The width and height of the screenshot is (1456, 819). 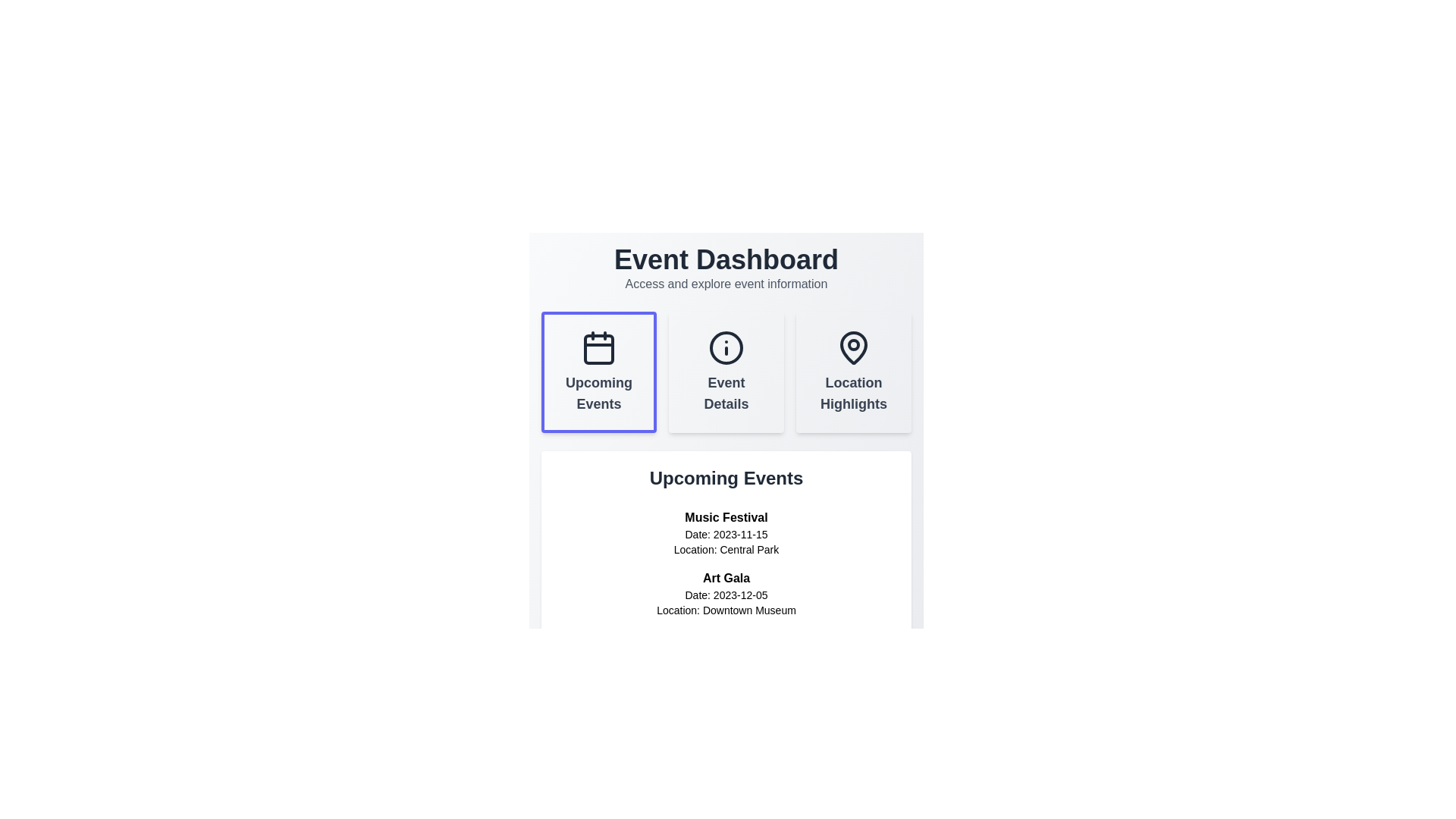 I want to click on the static text label indicating the venue of the event, 'Central Park', located beneath 'Date: 2023-11-15', so click(x=726, y=550).